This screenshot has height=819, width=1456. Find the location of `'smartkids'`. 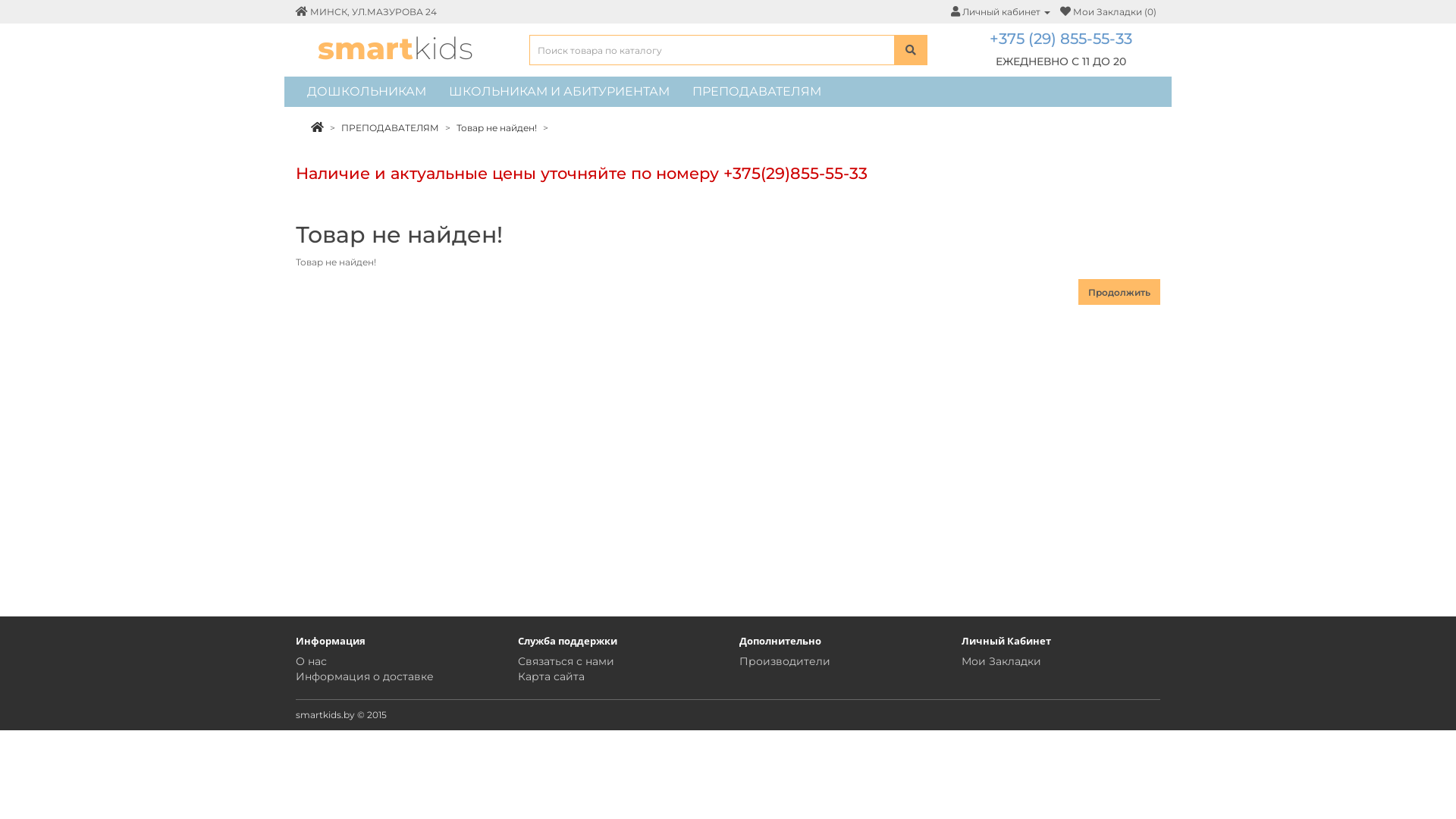

'smartkids' is located at coordinates (395, 47).